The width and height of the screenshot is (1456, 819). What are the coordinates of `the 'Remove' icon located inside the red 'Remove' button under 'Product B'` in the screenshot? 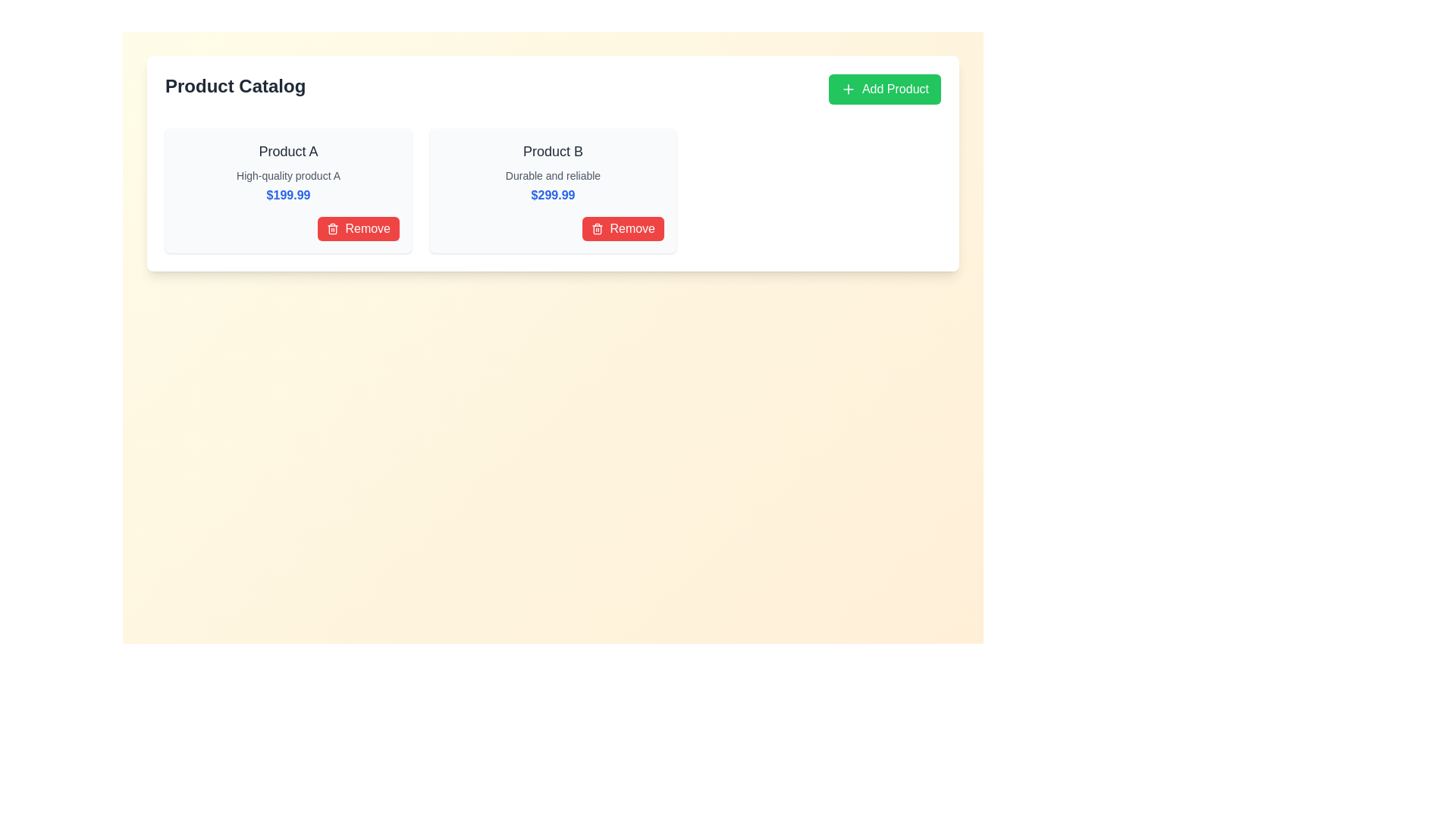 It's located at (597, 228).